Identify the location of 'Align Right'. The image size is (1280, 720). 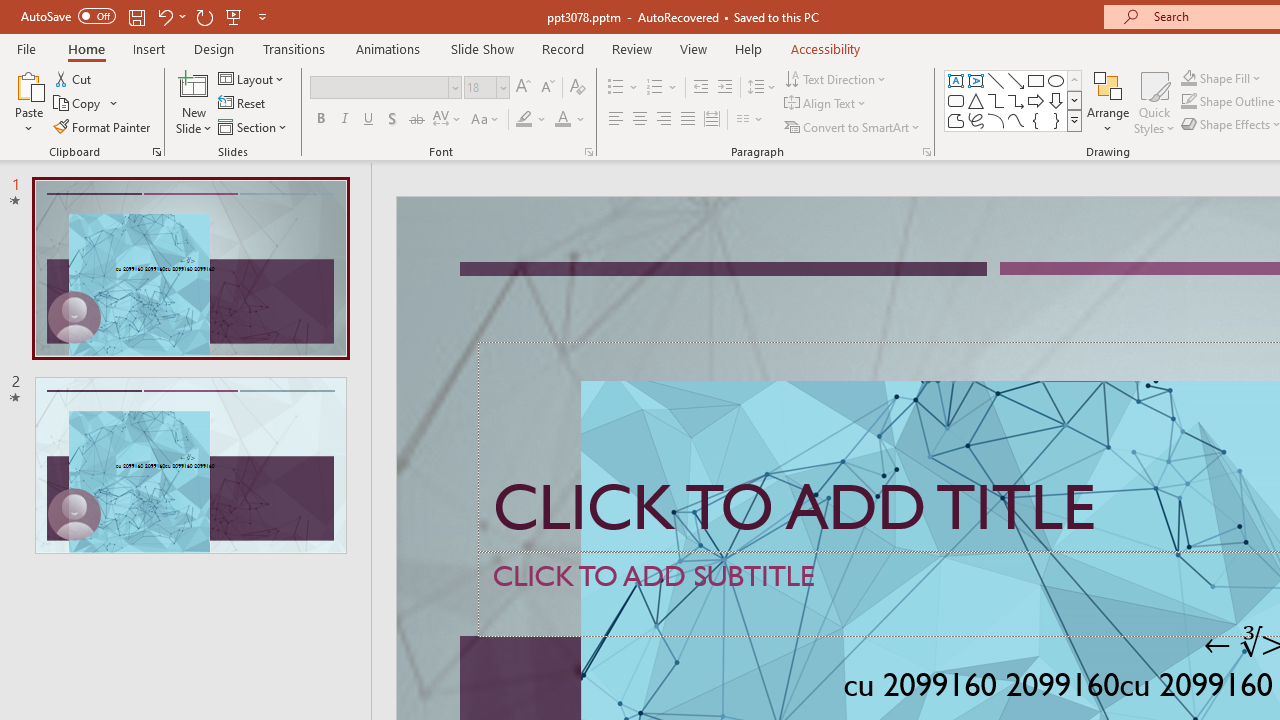
(663, 119).